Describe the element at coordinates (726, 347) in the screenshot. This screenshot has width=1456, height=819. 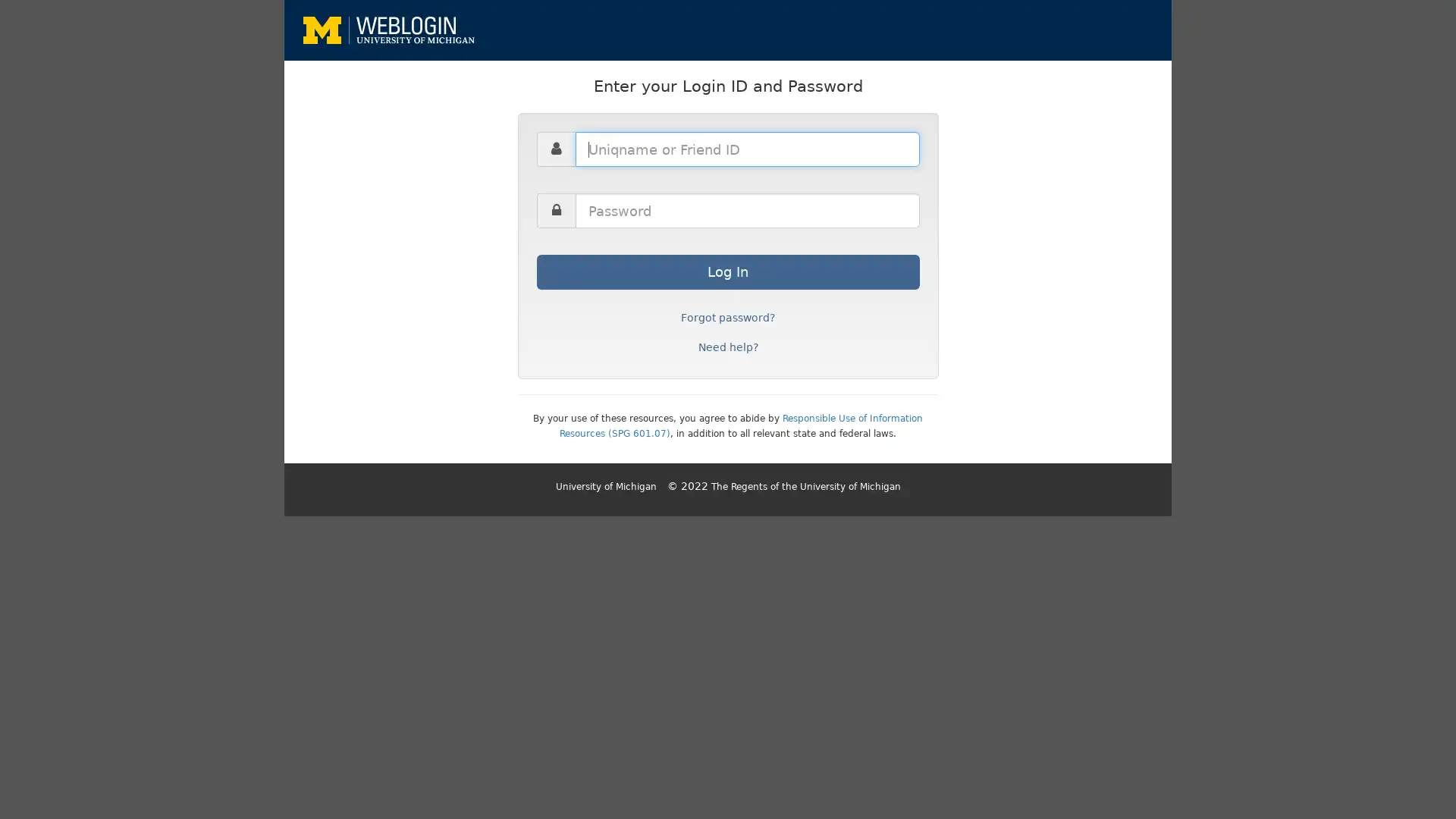
I see `Need help?` at that location.